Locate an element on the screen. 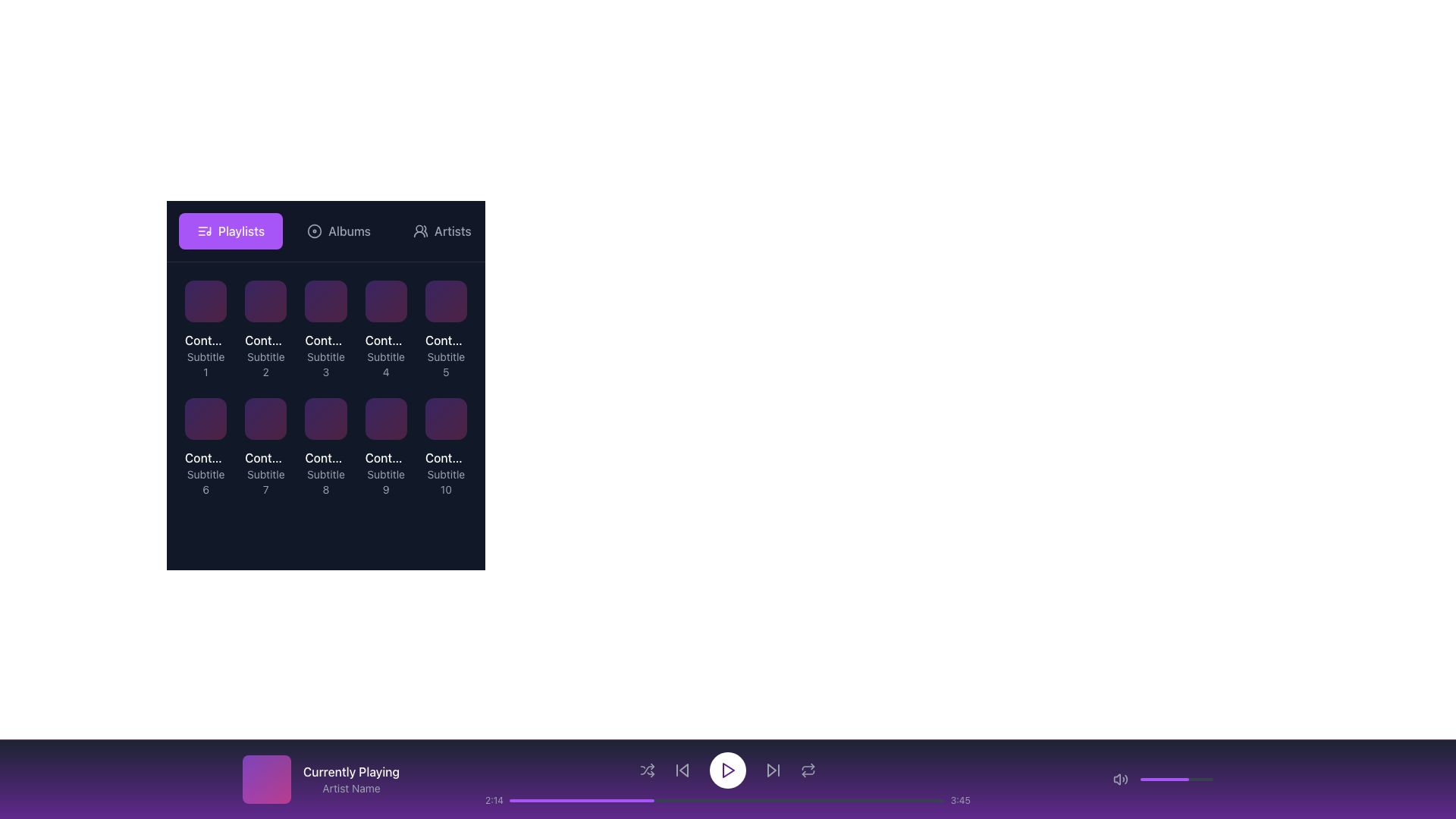  the 'skip forward' button located in the far-right section of the horizontal navigation bar at the bottom of the application to skip forward is located at coordinates (773, 770).